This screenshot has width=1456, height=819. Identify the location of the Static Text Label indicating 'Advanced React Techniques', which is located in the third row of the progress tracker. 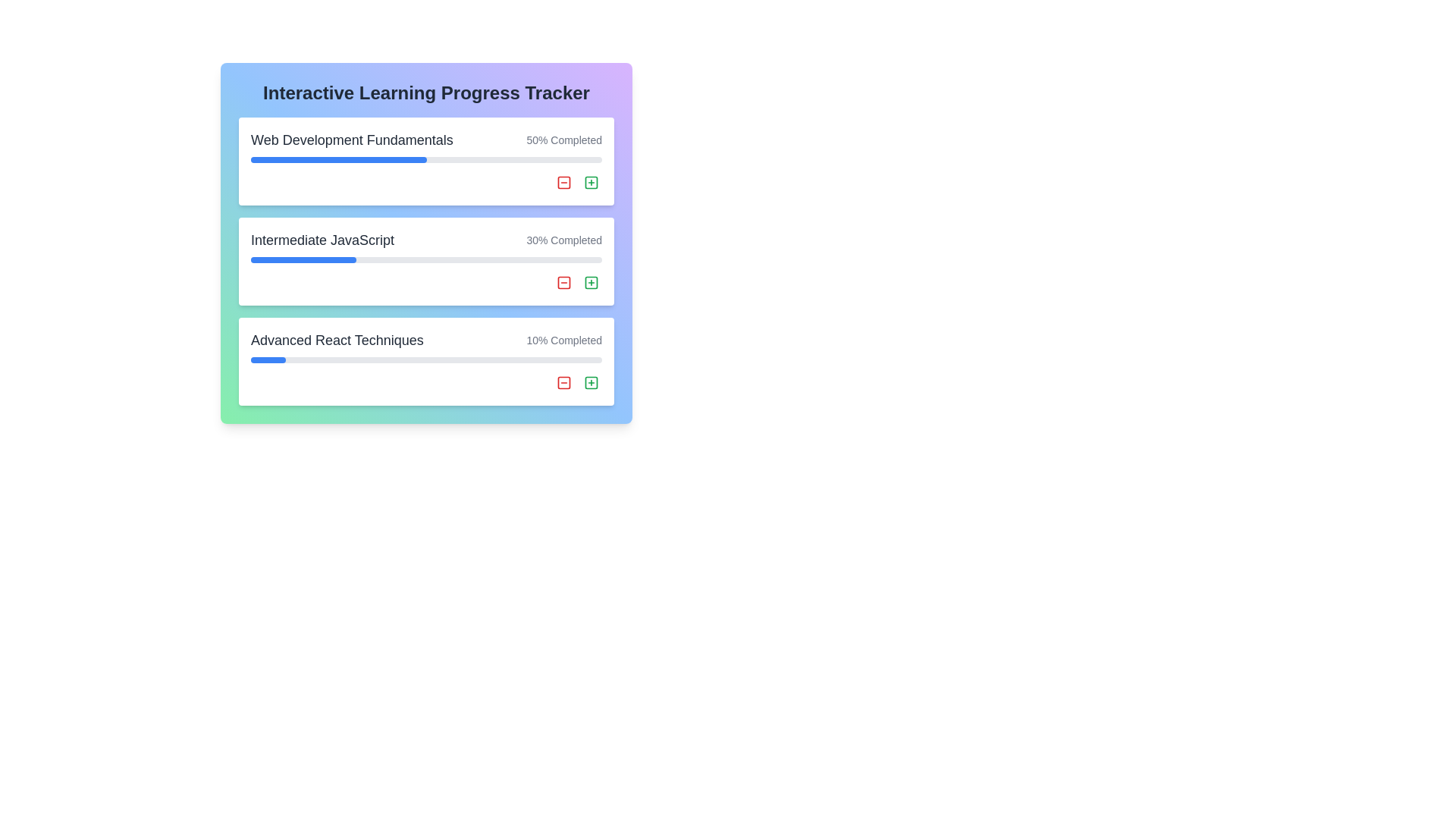
(336, 339).